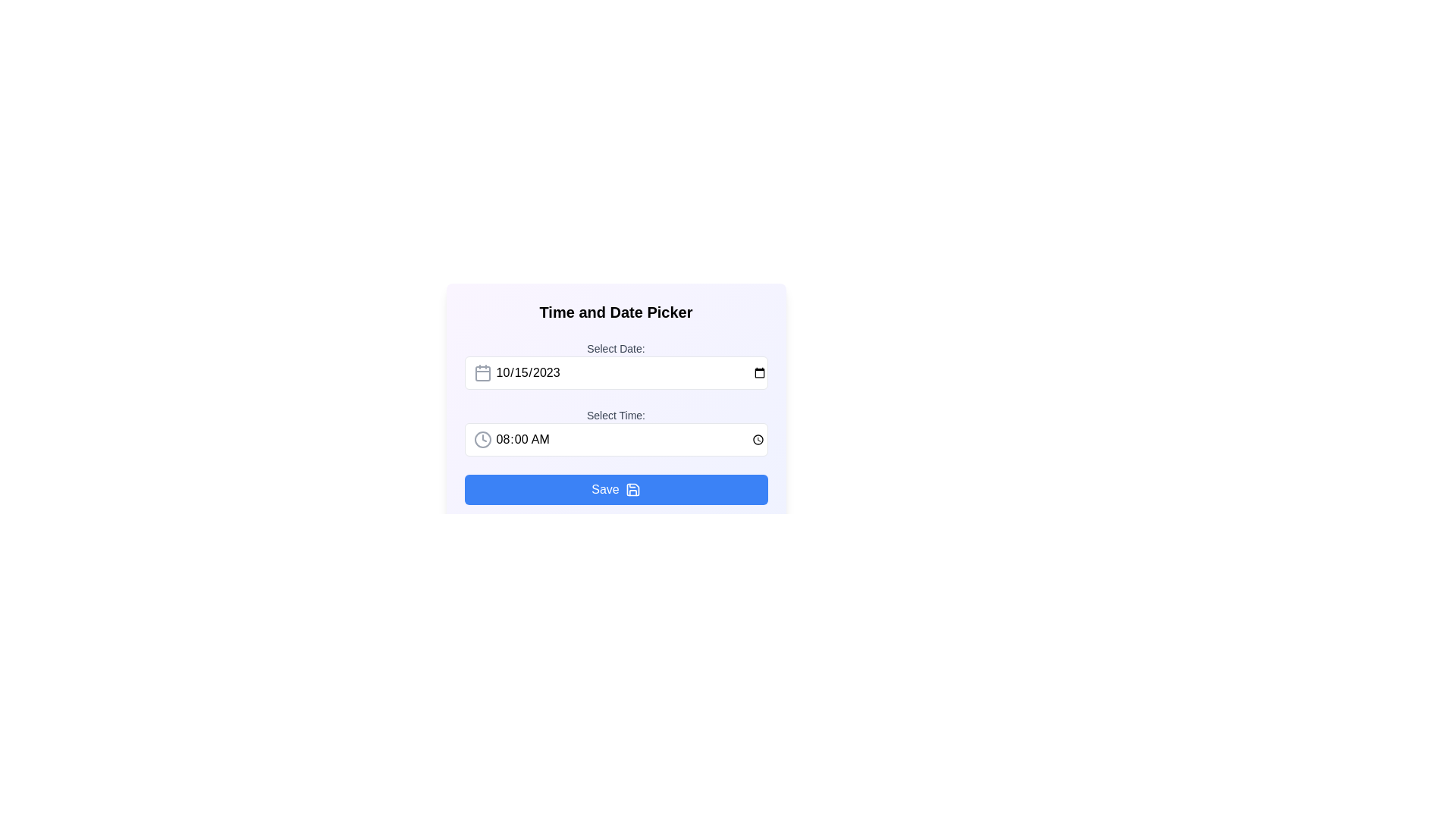 Image resolution: width=1456 pixels, height=819 pixels. I want to click on the decorative graphical element within the SVG-based calendar icon that is visually centered and adjacent to the 'Select Date' input field, so click(482, 374).